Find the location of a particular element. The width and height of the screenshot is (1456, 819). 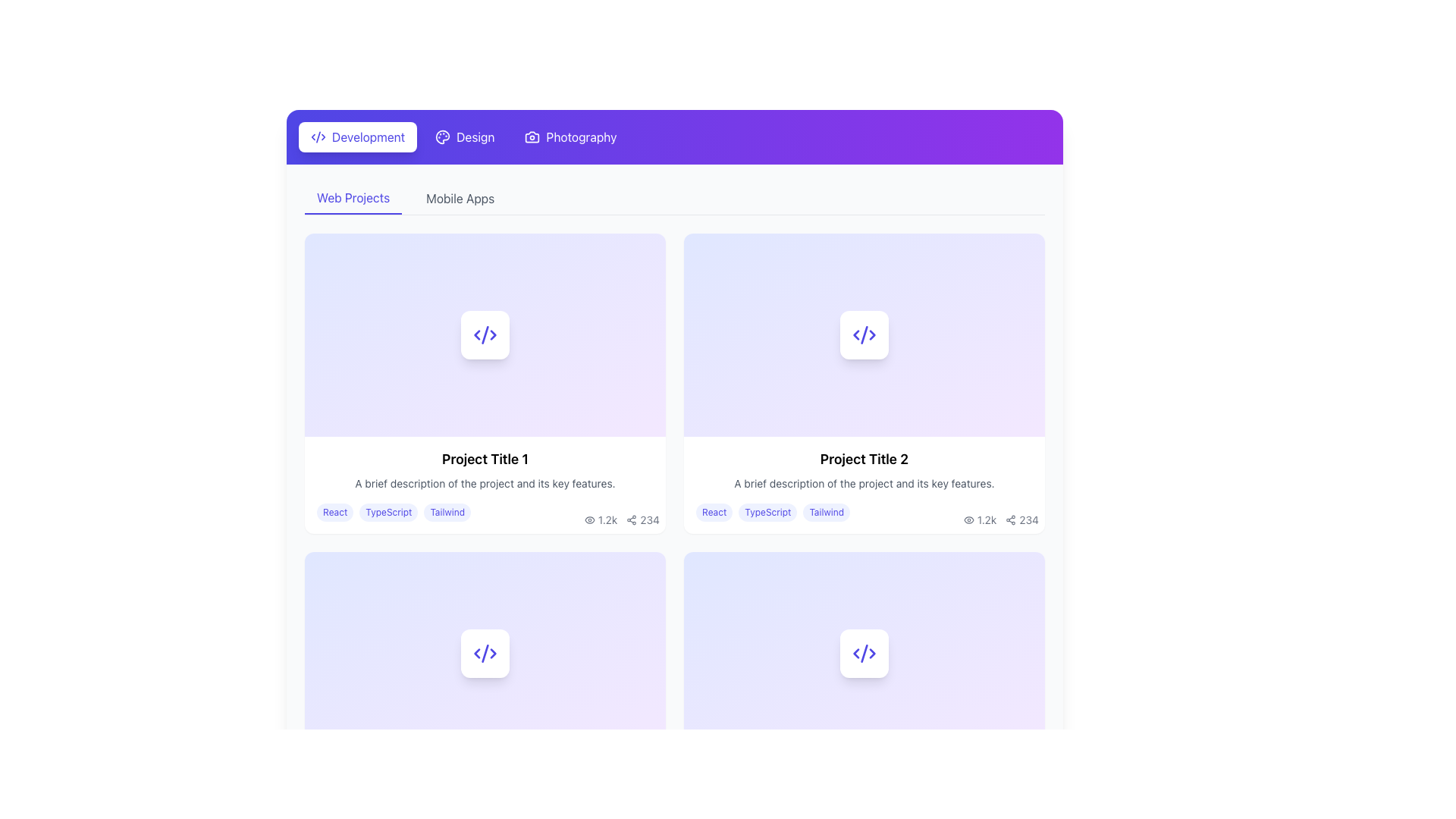

the 'TypeScript' label, which is the second element in a horizontal list of technology tags under the card titled 'Project Title 1' is located at coordinates (388, 512).